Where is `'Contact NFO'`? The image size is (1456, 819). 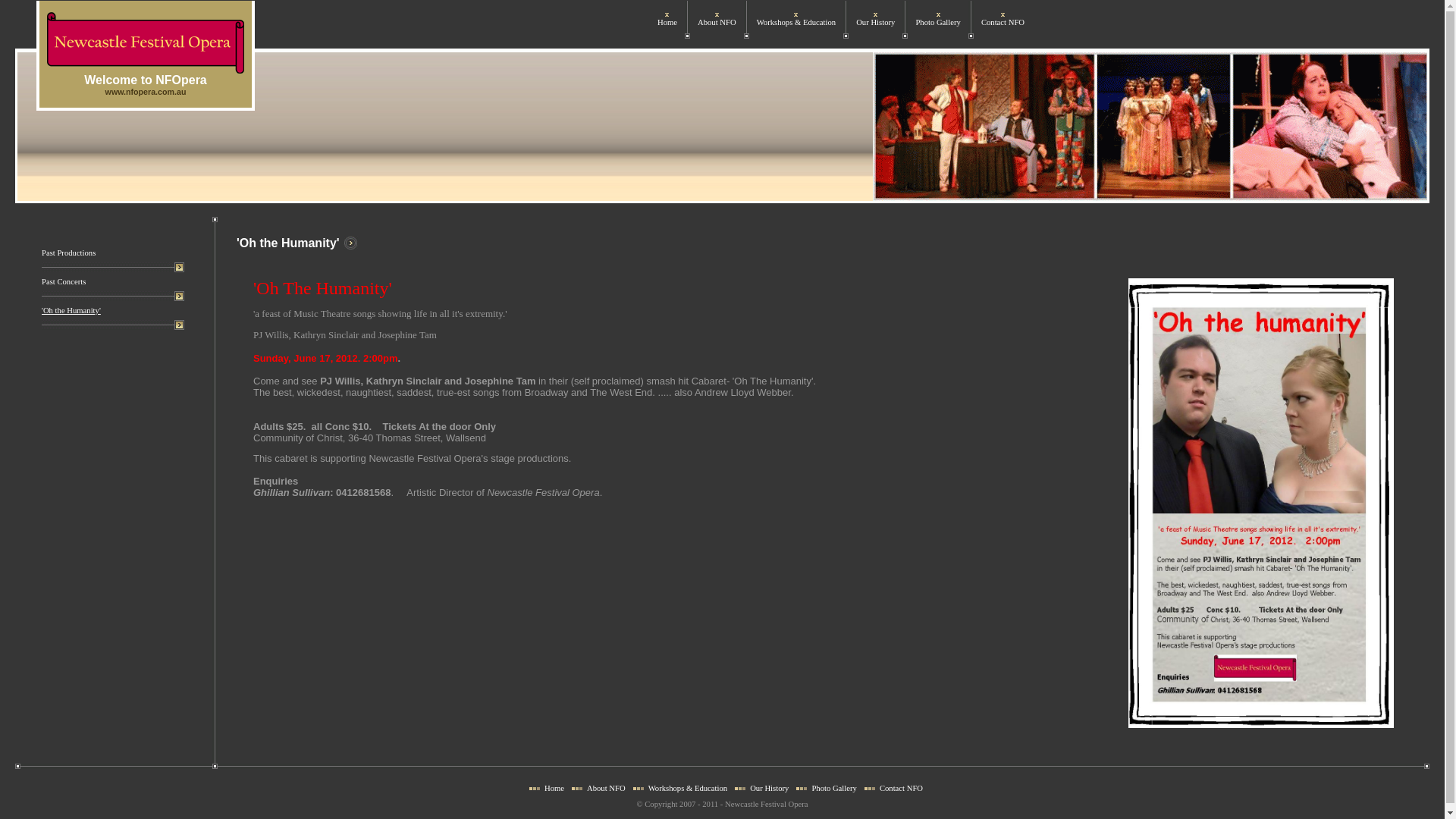 'Contact NFO' is located at coordinates (1003, 23).